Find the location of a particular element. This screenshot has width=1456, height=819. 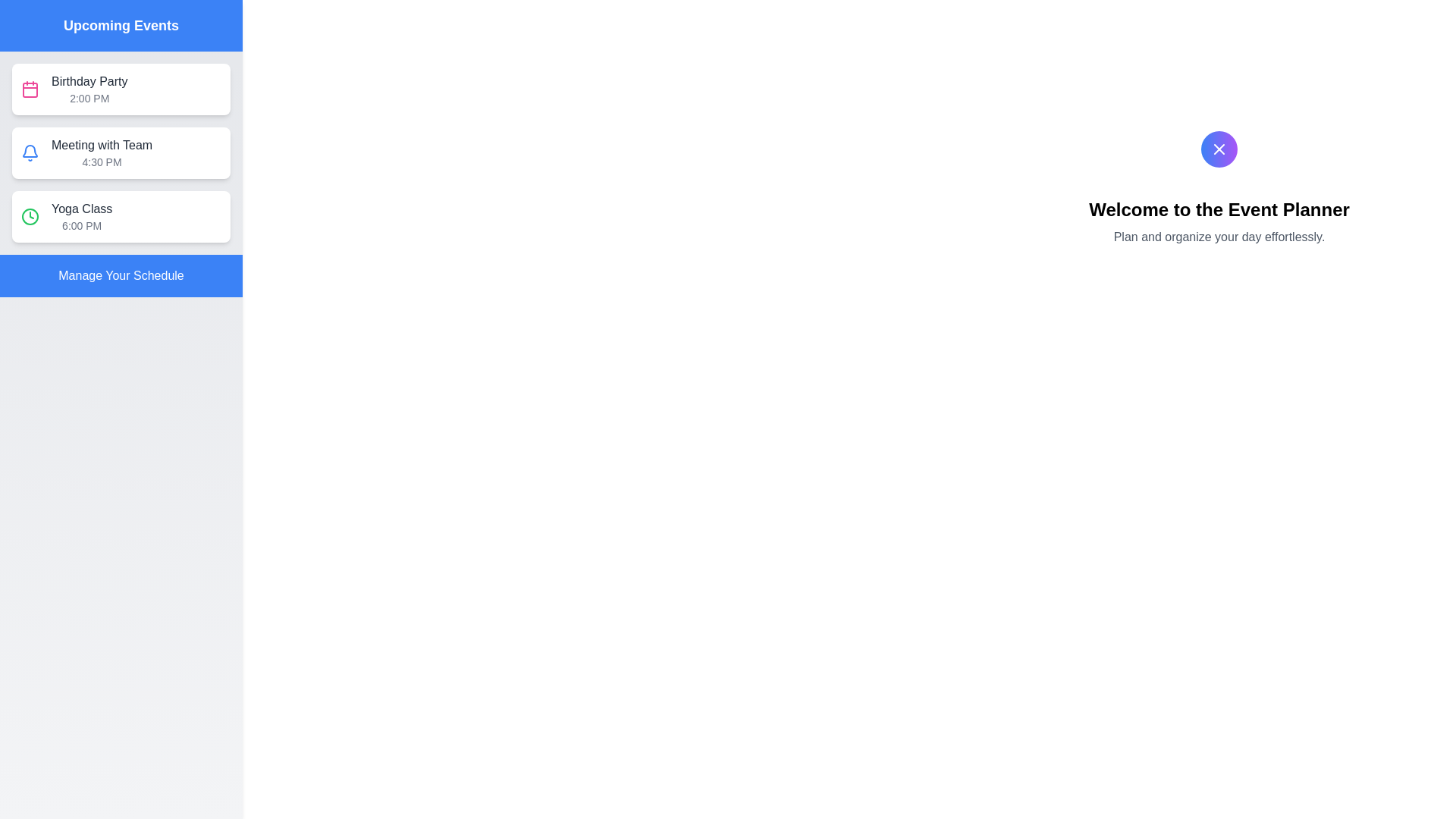

the clock icon indicating the time for the 'Yoga Class' event, which is positioned above the text '6:00 PM' and adjacent to 'Yoga Class' in the third card of the upcoming events list is located at coordinates (30, 216).